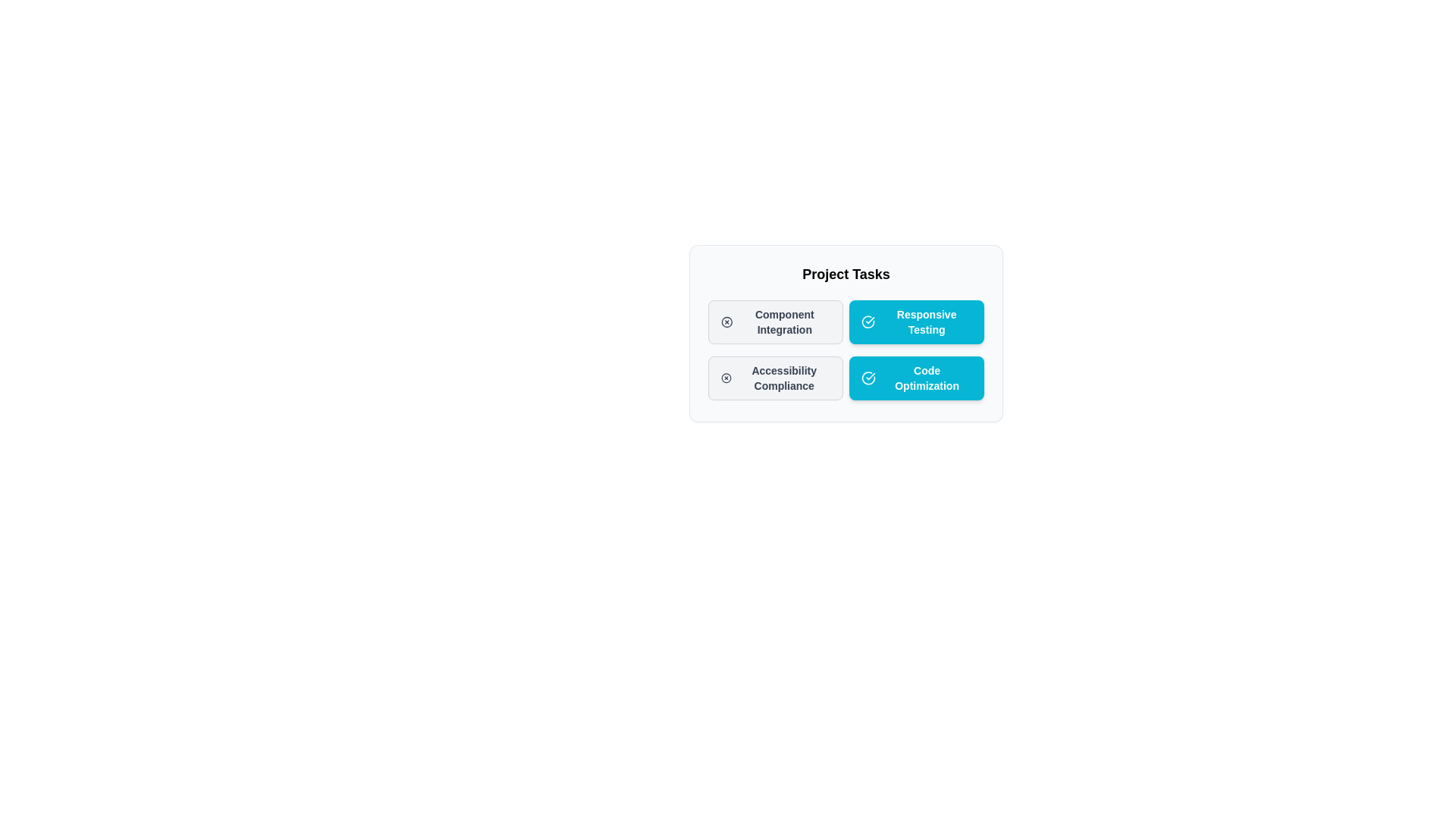 This screenshot has height=819, width=1456. I want to click on the chip labeled Code Optimization, so click(916, 377).